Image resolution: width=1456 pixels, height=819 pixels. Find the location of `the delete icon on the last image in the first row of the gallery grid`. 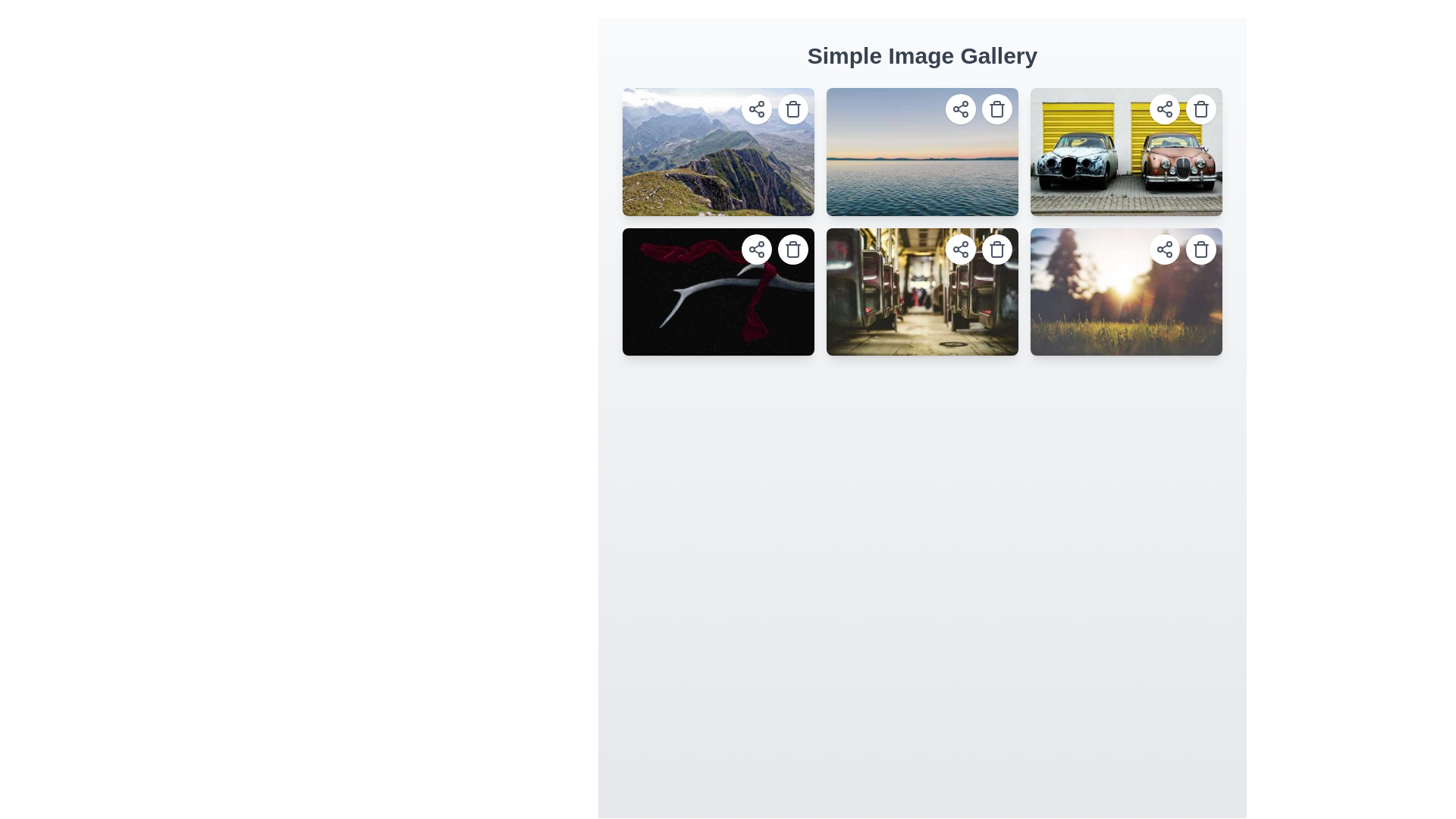

the delete icon on the last image in the first row of the gallery grid is located at coordinates (1126, 152).